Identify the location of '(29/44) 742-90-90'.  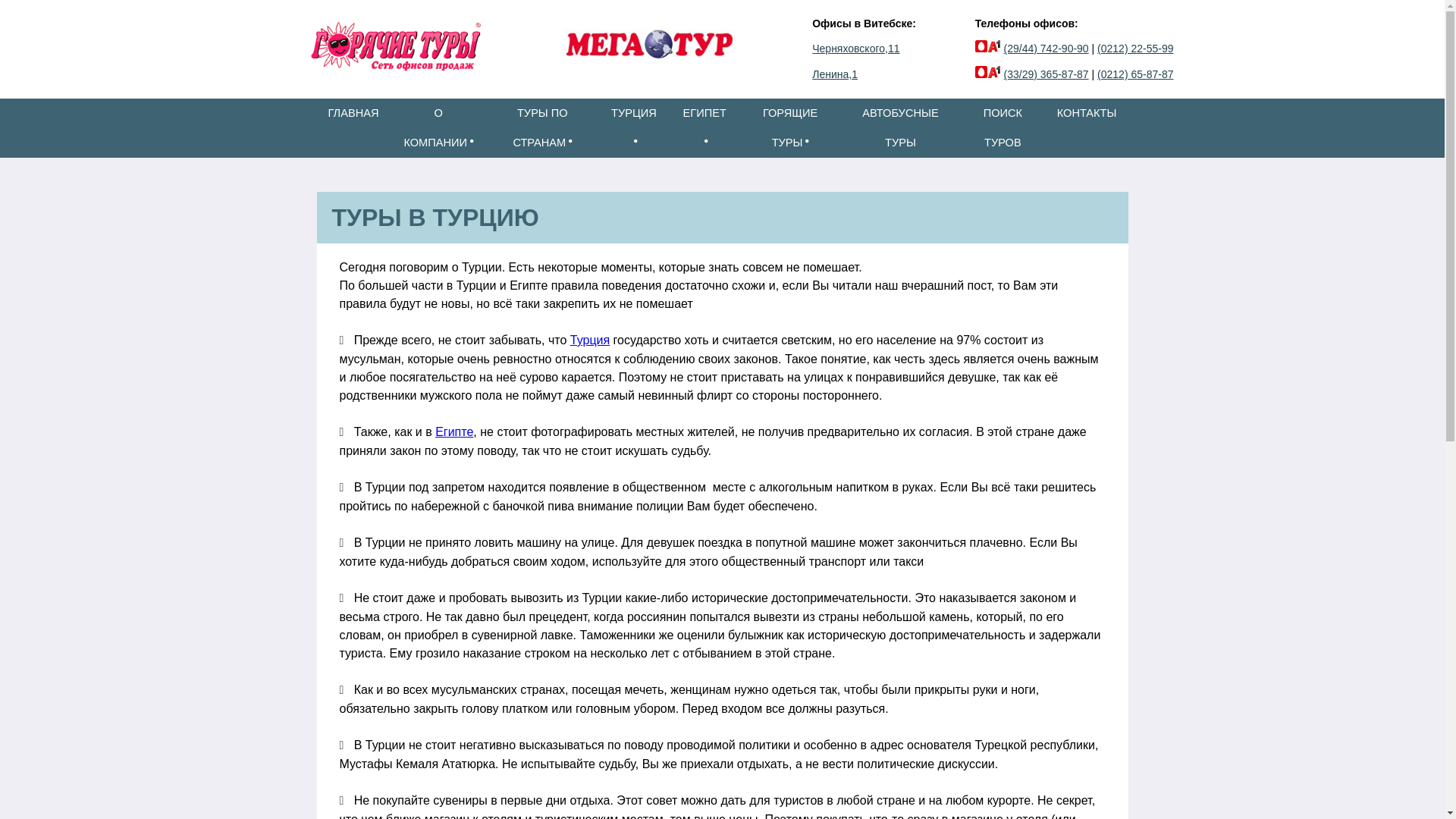
(1046, 48).